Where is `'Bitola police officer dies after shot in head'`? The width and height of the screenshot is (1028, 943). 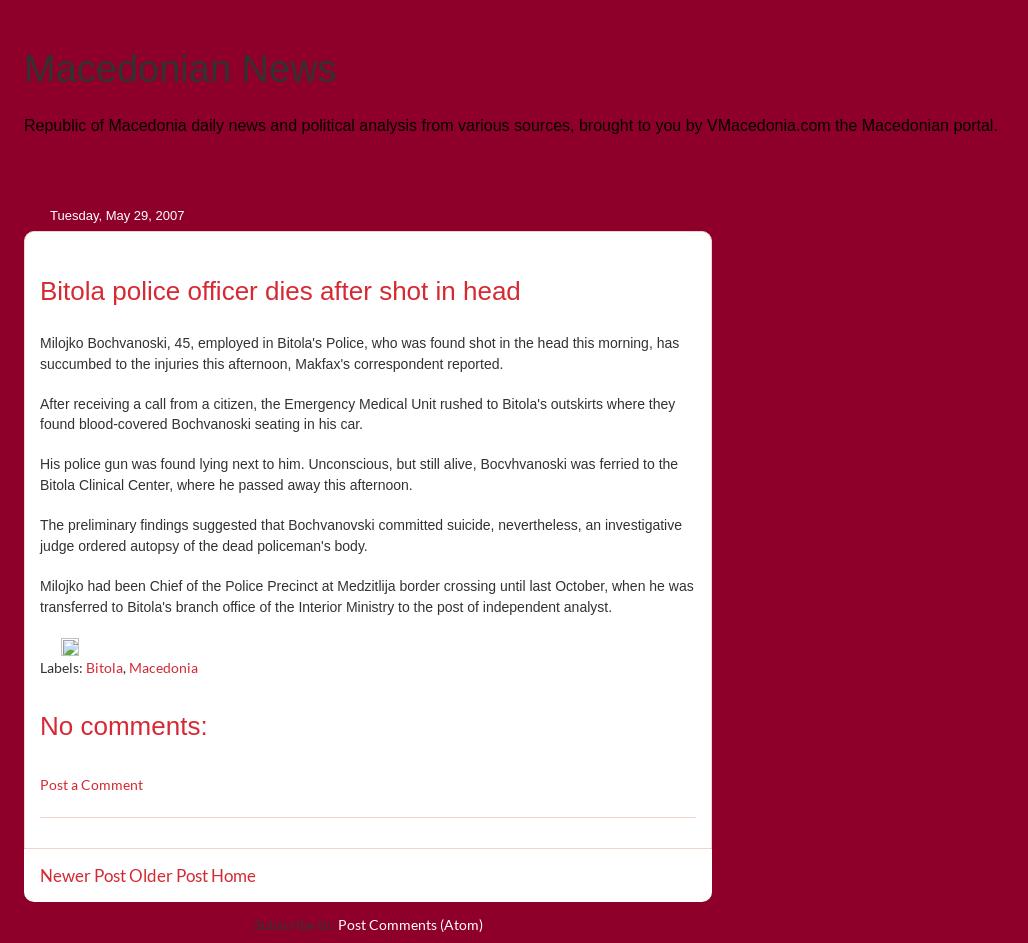
'Bitola police officer dies after shot in head' is located at coordinates (280, 288).